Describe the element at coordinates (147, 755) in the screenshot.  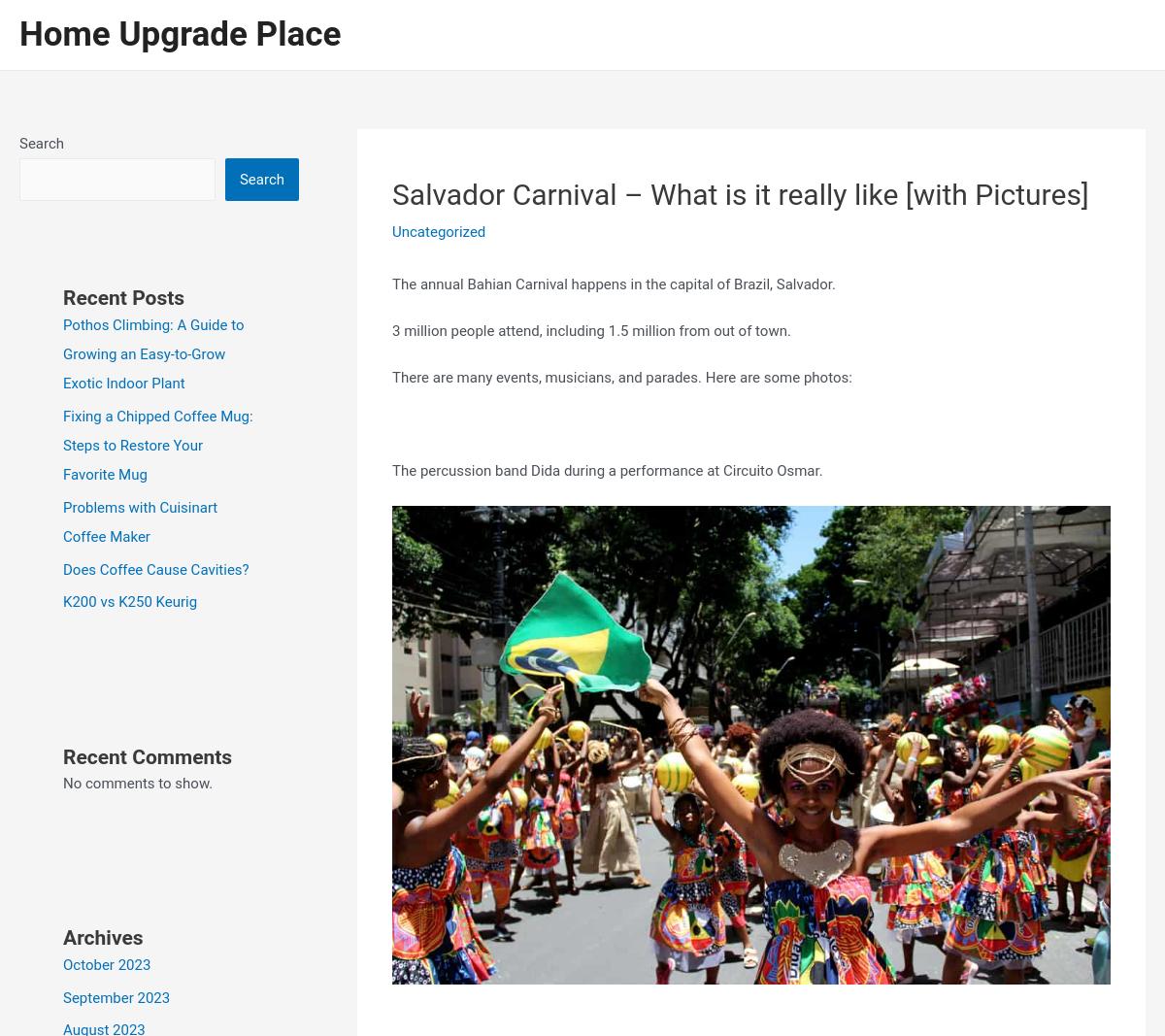
I see `'Recent Comments'` at that location.